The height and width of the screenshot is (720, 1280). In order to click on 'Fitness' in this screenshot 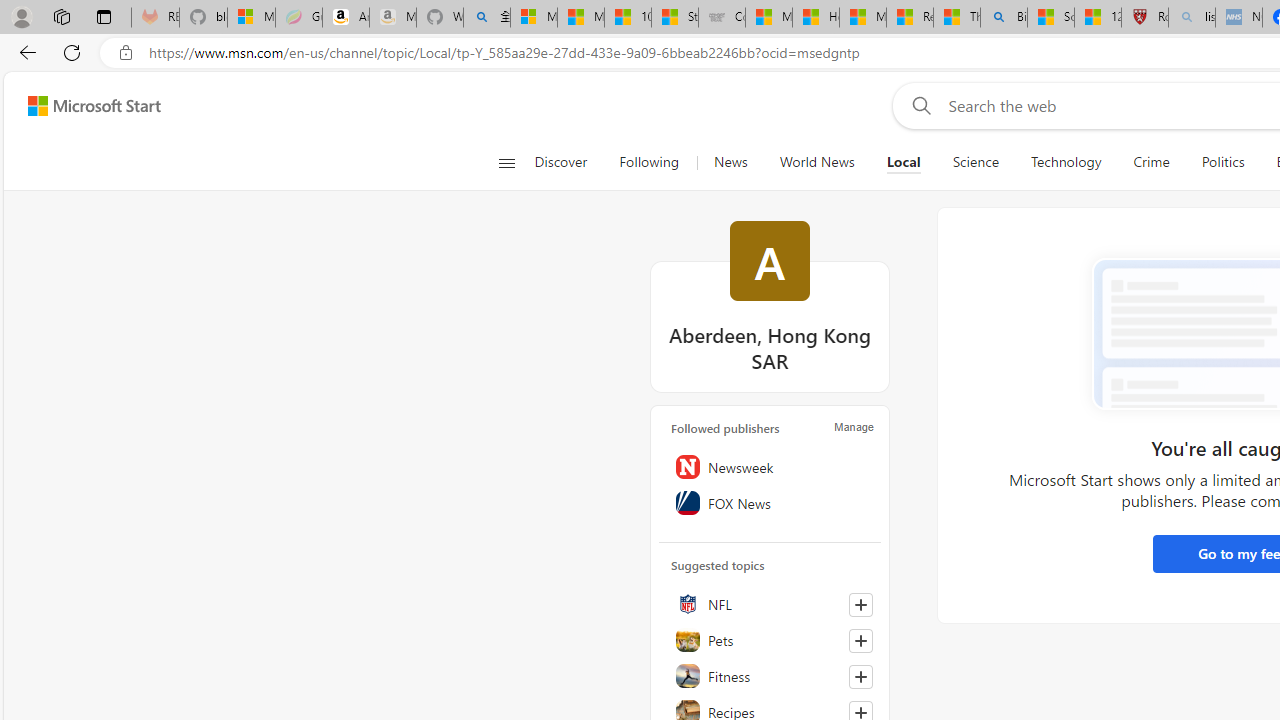, I will do `click(769, 675)`.